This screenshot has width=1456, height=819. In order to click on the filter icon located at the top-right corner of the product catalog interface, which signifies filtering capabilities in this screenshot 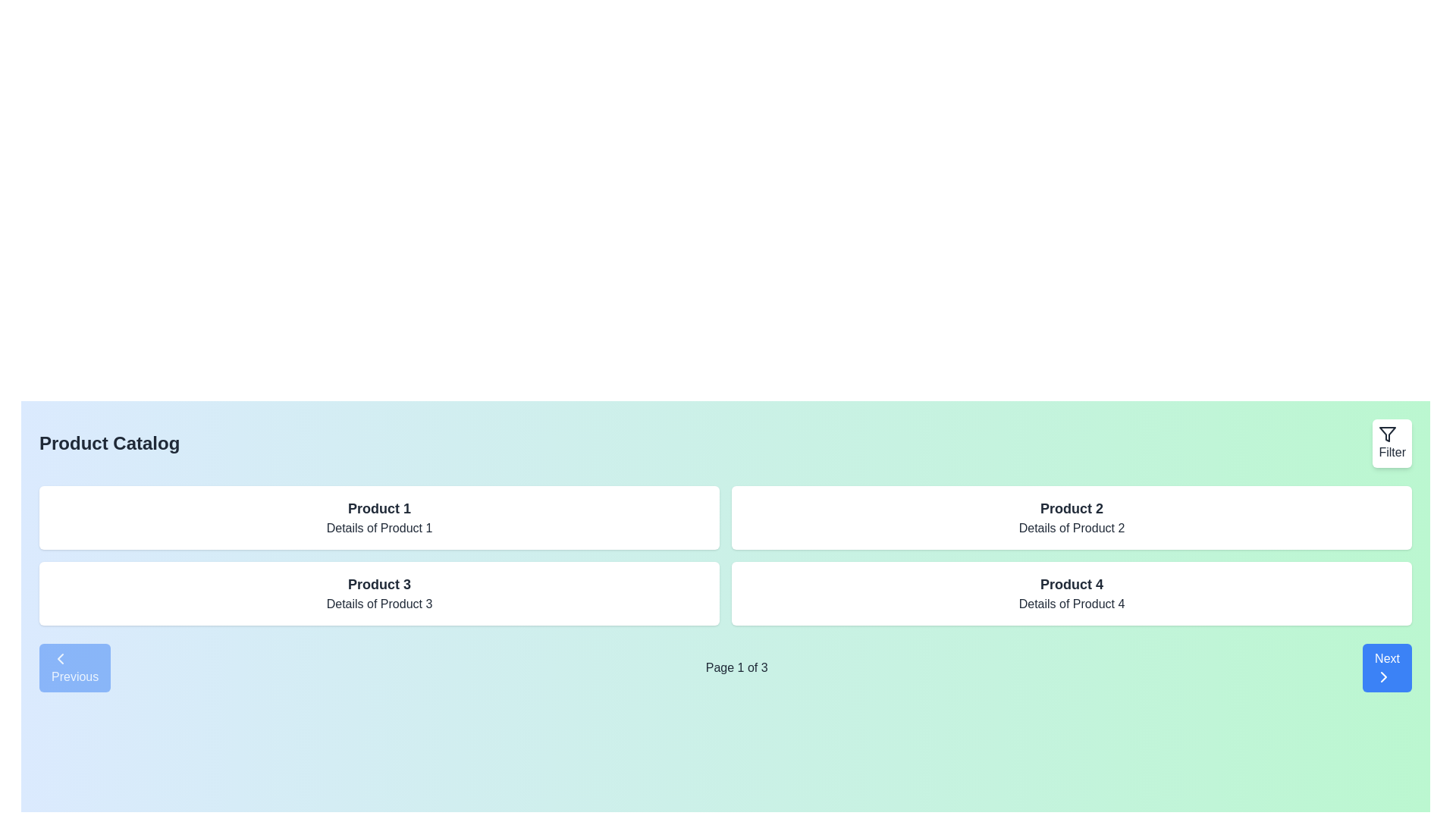, I will do `click(1388, 435)`.